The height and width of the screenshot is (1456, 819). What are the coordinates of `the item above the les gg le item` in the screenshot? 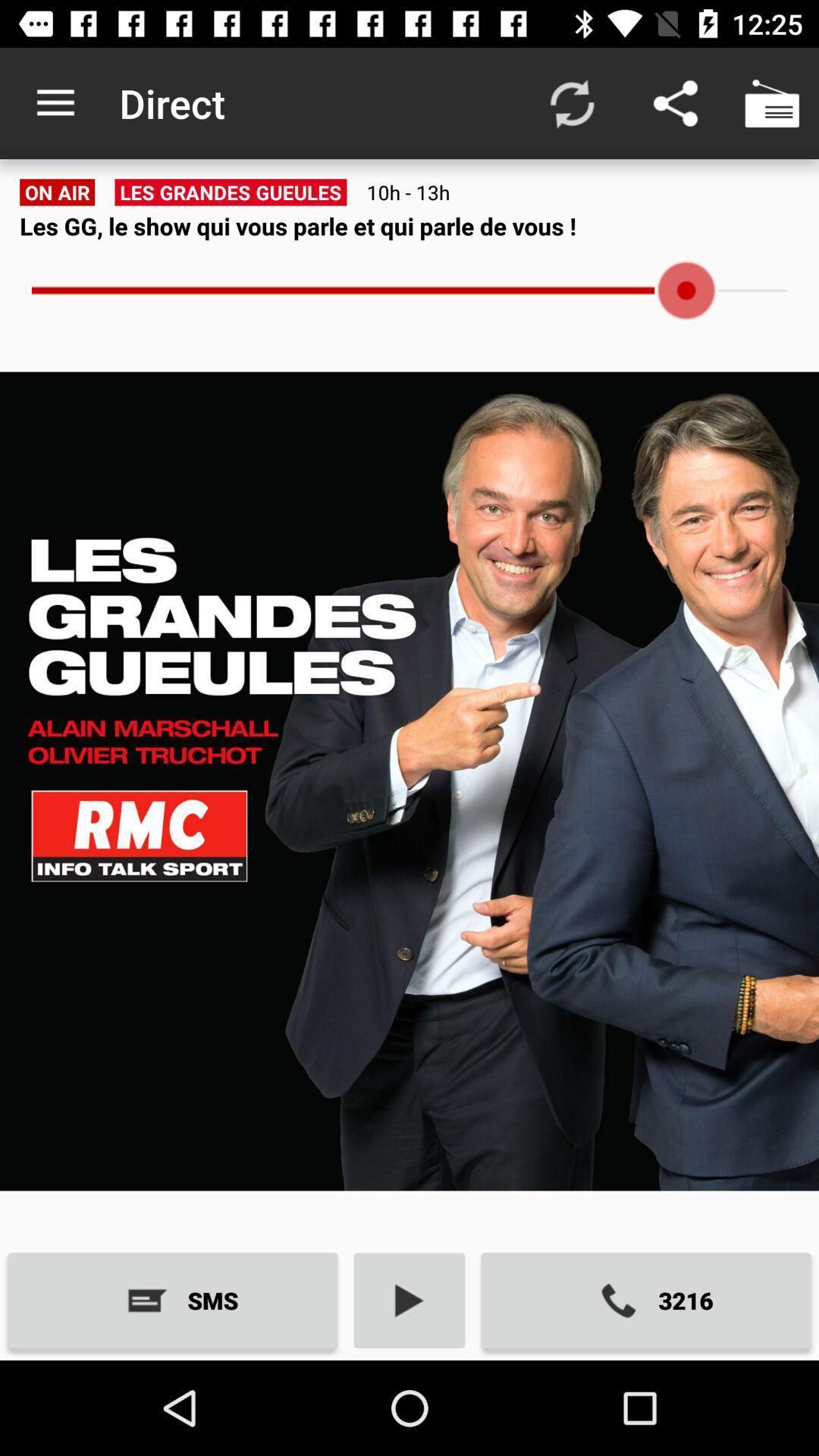 It's located at (771, 102).